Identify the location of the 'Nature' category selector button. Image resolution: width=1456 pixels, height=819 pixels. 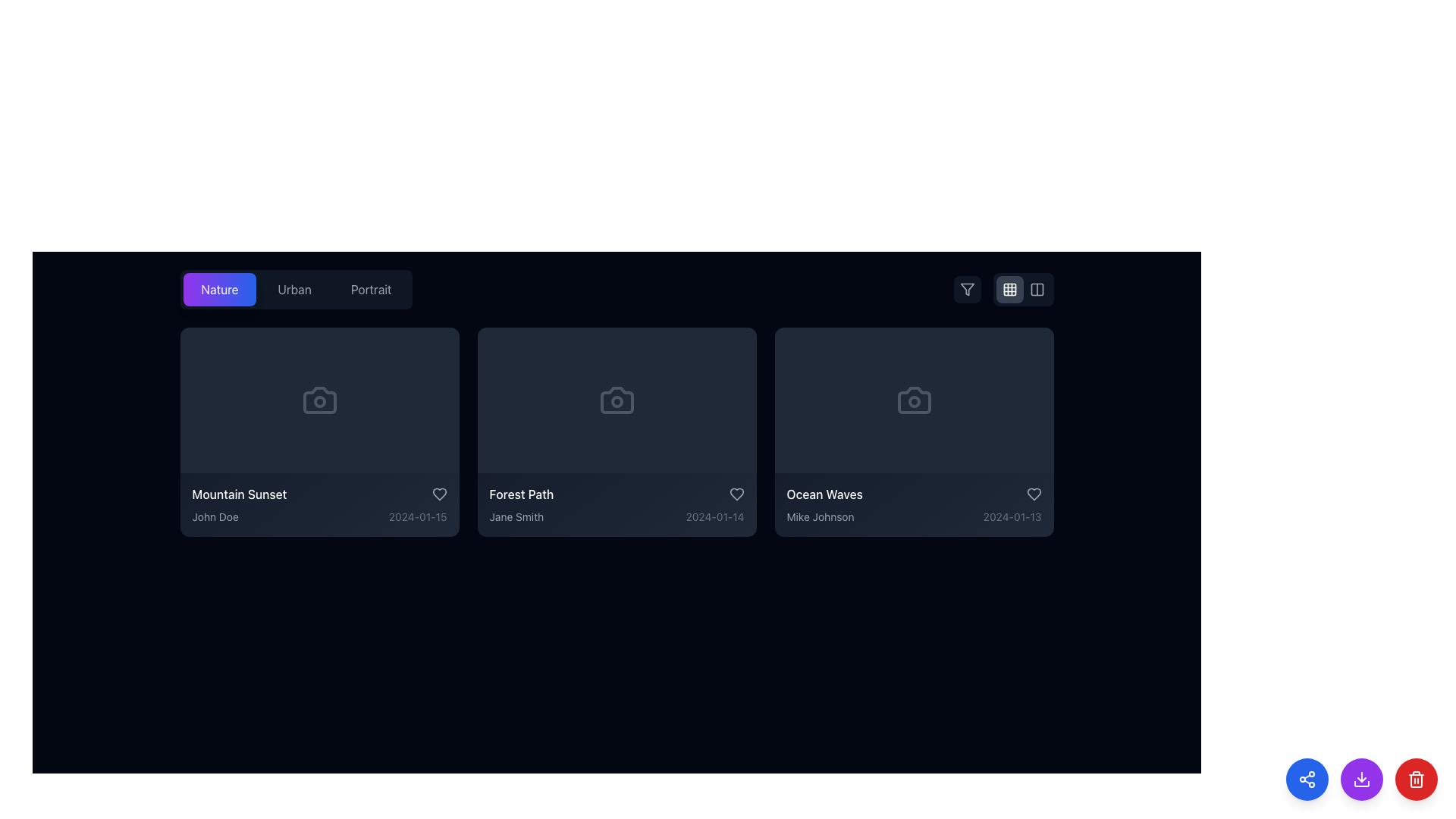
(218, 289).